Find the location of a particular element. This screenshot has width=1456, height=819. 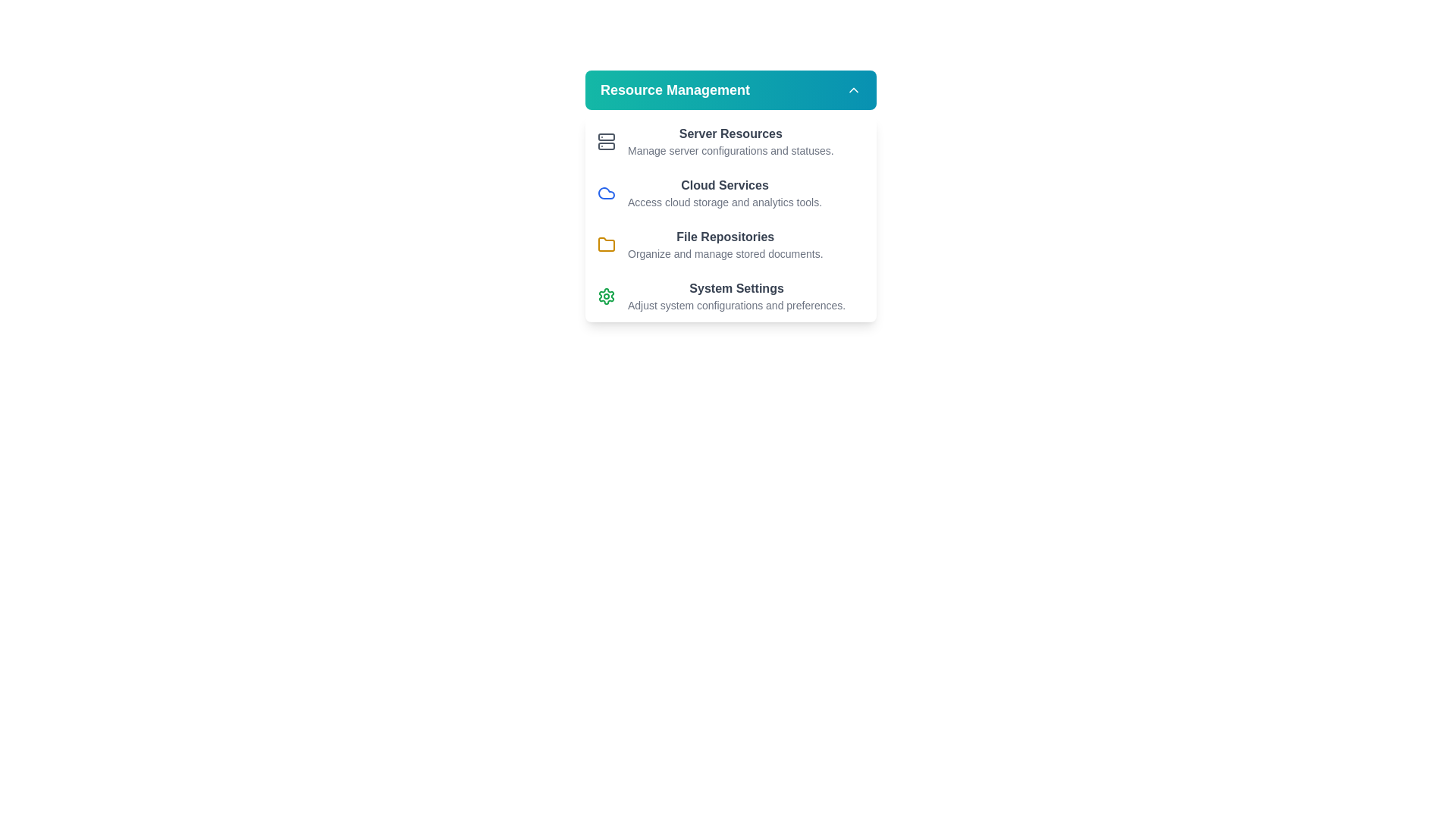

the static text providing additional information about the 'System Settings' feature, located in the bottom-right quadrant of the 'Resource Management' card section is located at coordinates (736, 305).